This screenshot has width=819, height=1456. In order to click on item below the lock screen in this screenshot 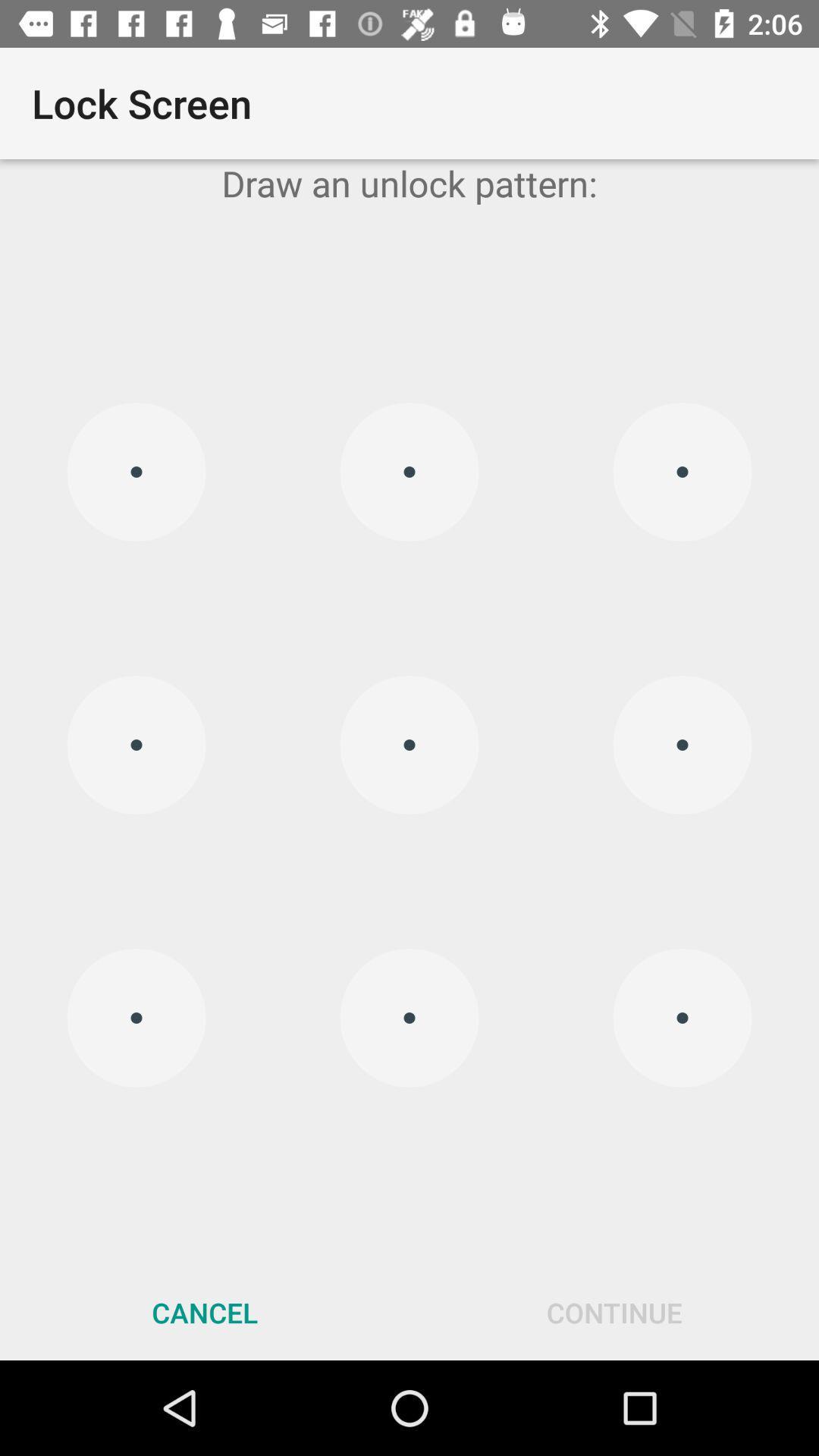, I will do `click(409, 182)`.